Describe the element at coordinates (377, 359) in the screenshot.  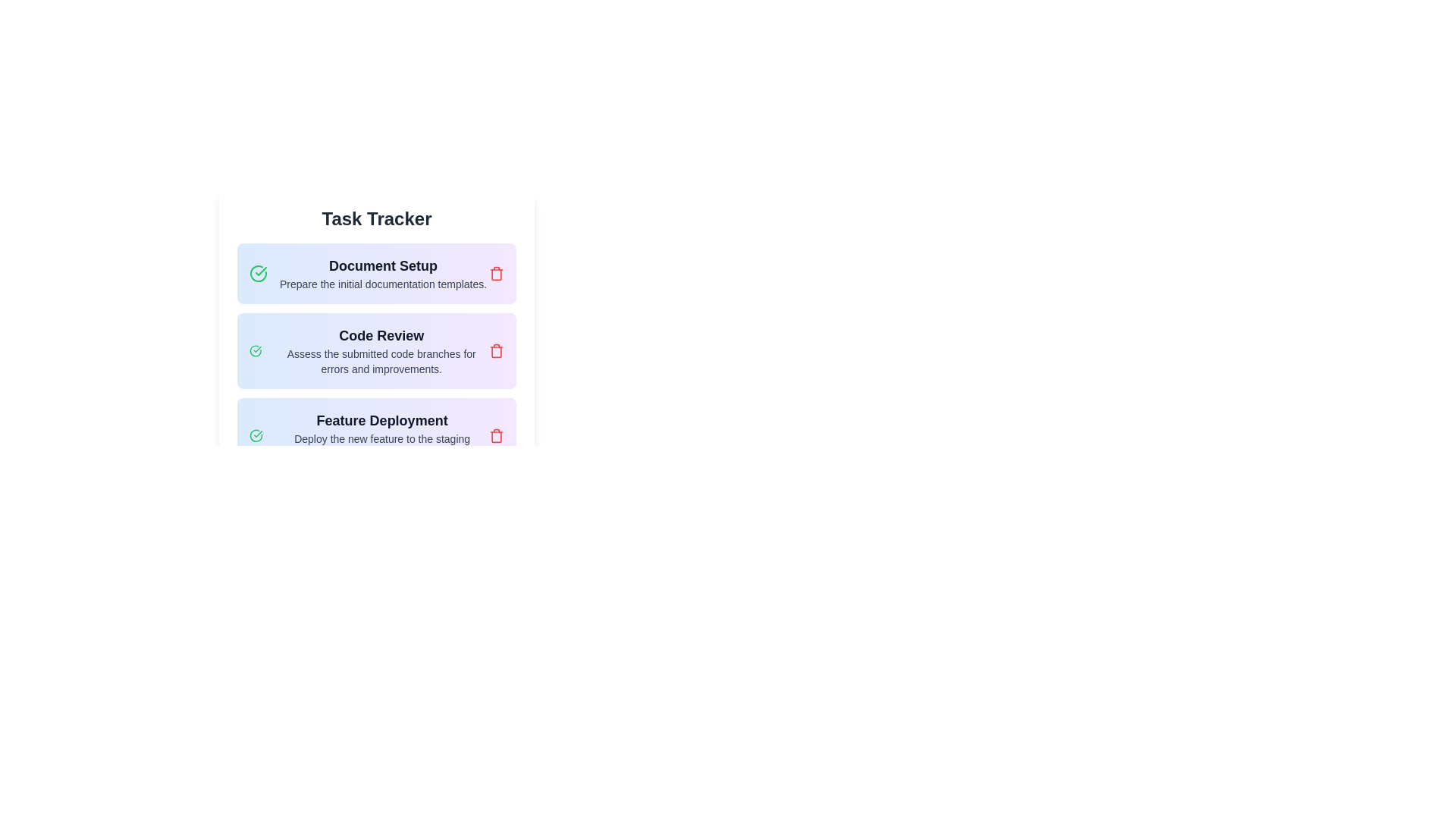
I see `the green checkmark icon on the 'Code Review' task item to indicate completion` at that location.